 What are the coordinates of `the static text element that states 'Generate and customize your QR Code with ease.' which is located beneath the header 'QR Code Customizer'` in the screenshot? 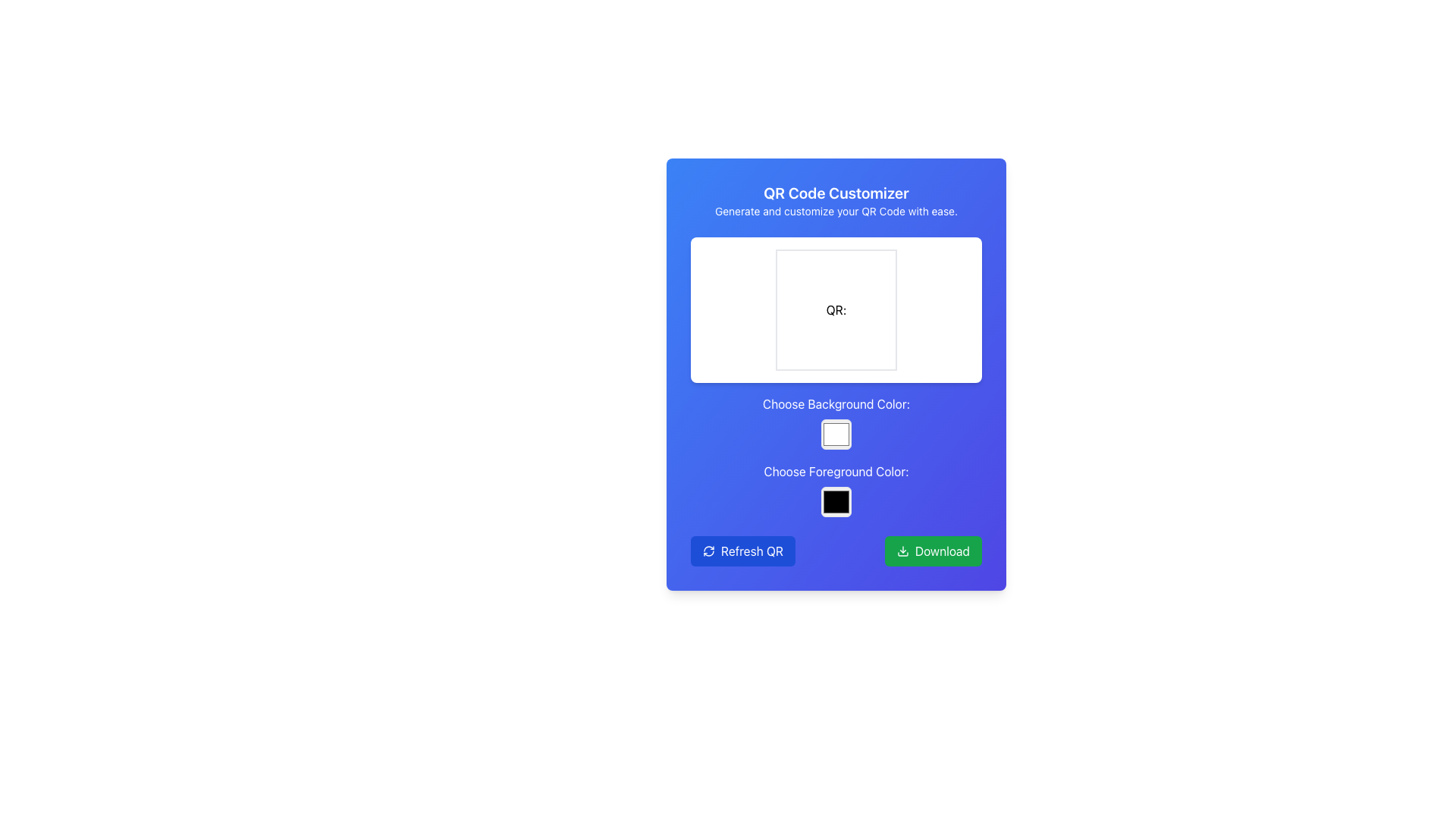 It's located at (836, 211).